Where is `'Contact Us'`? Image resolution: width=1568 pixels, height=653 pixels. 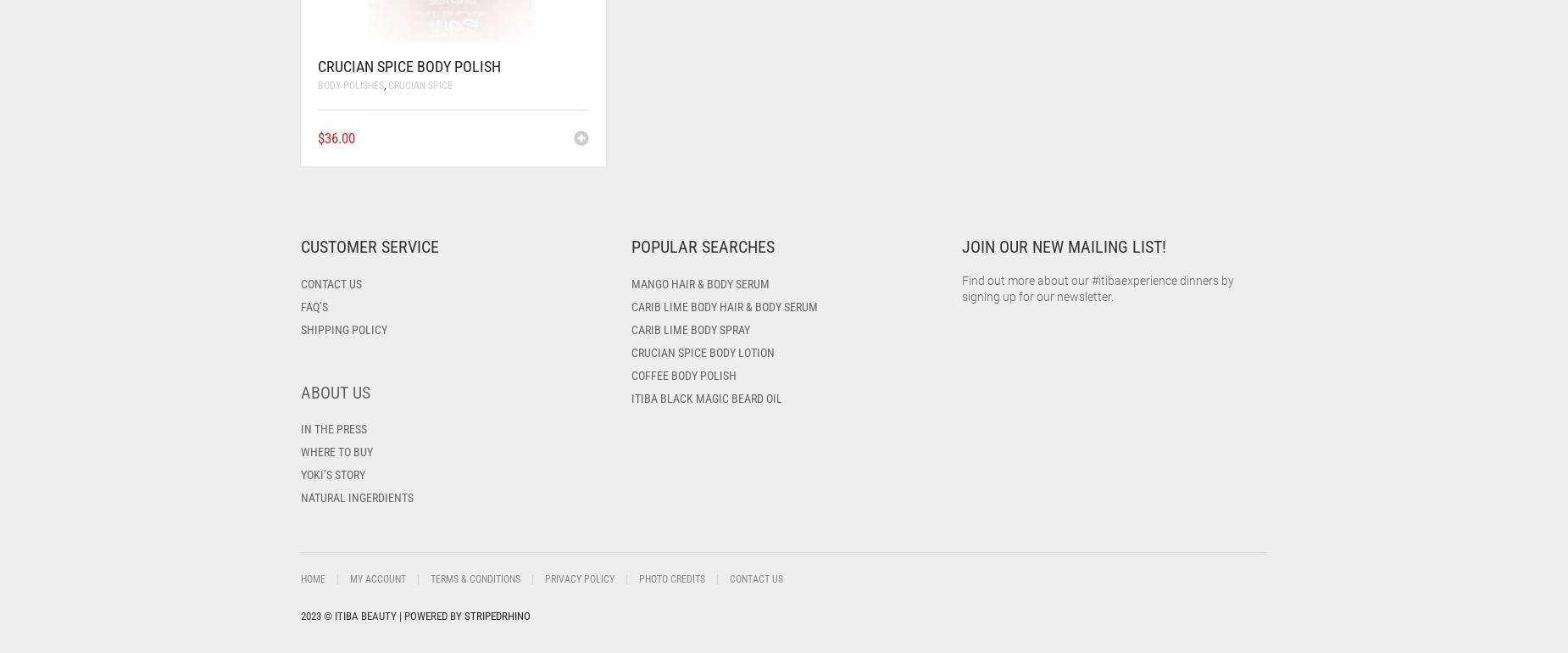
'Contact Us' is located at coordinates (756, 578).